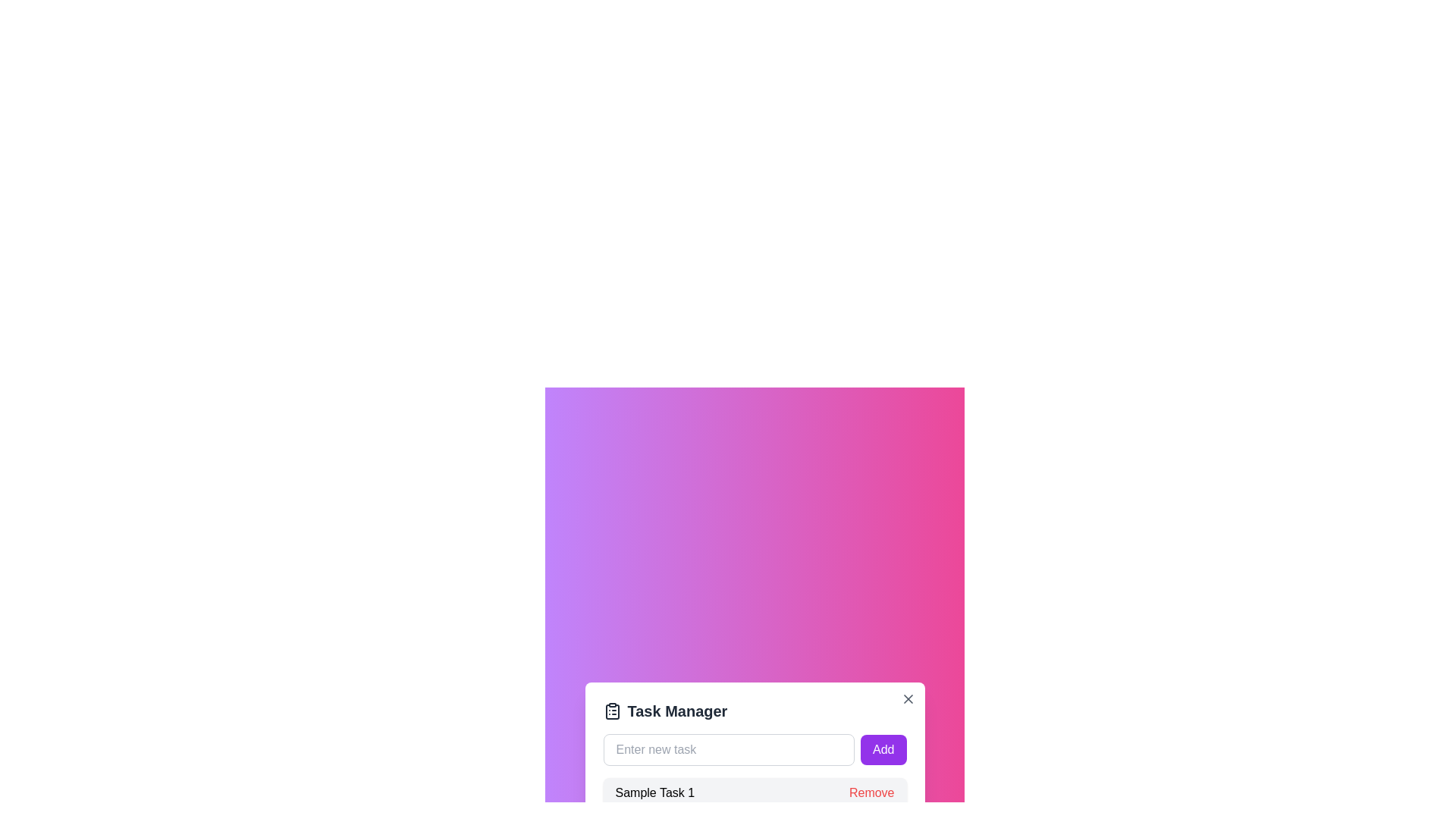  I want to click on the decorative SVG icon located in the top-left corner of the 'Task Manager' modal dialog, which symbolizes the purpose of the dialog, so click(612, 711).